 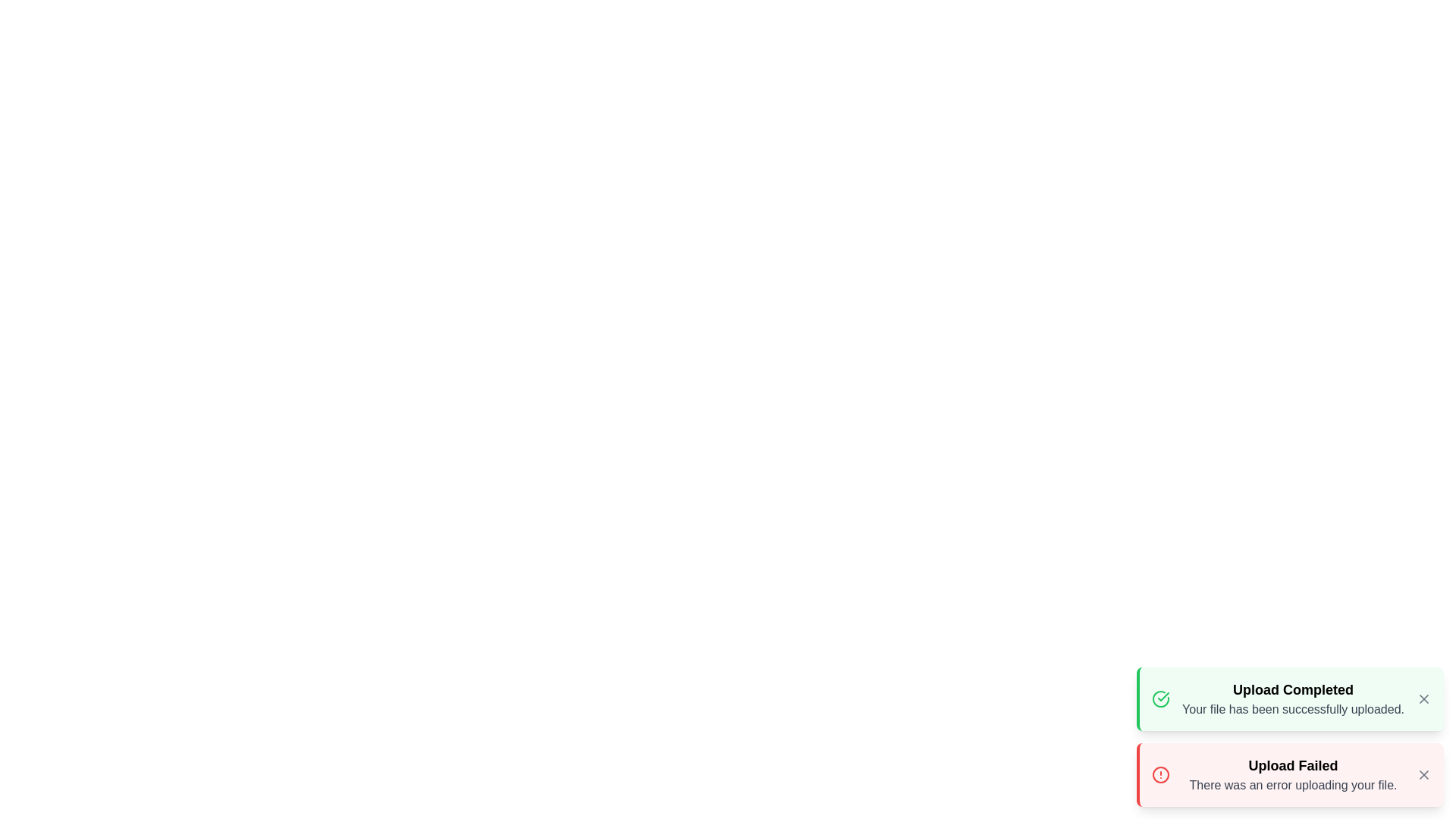 I want to click on message that says 'Your file has been successfully uploaded.' located in the notification box labeled 'Upload Completed.', so click(x=1292, y=710).